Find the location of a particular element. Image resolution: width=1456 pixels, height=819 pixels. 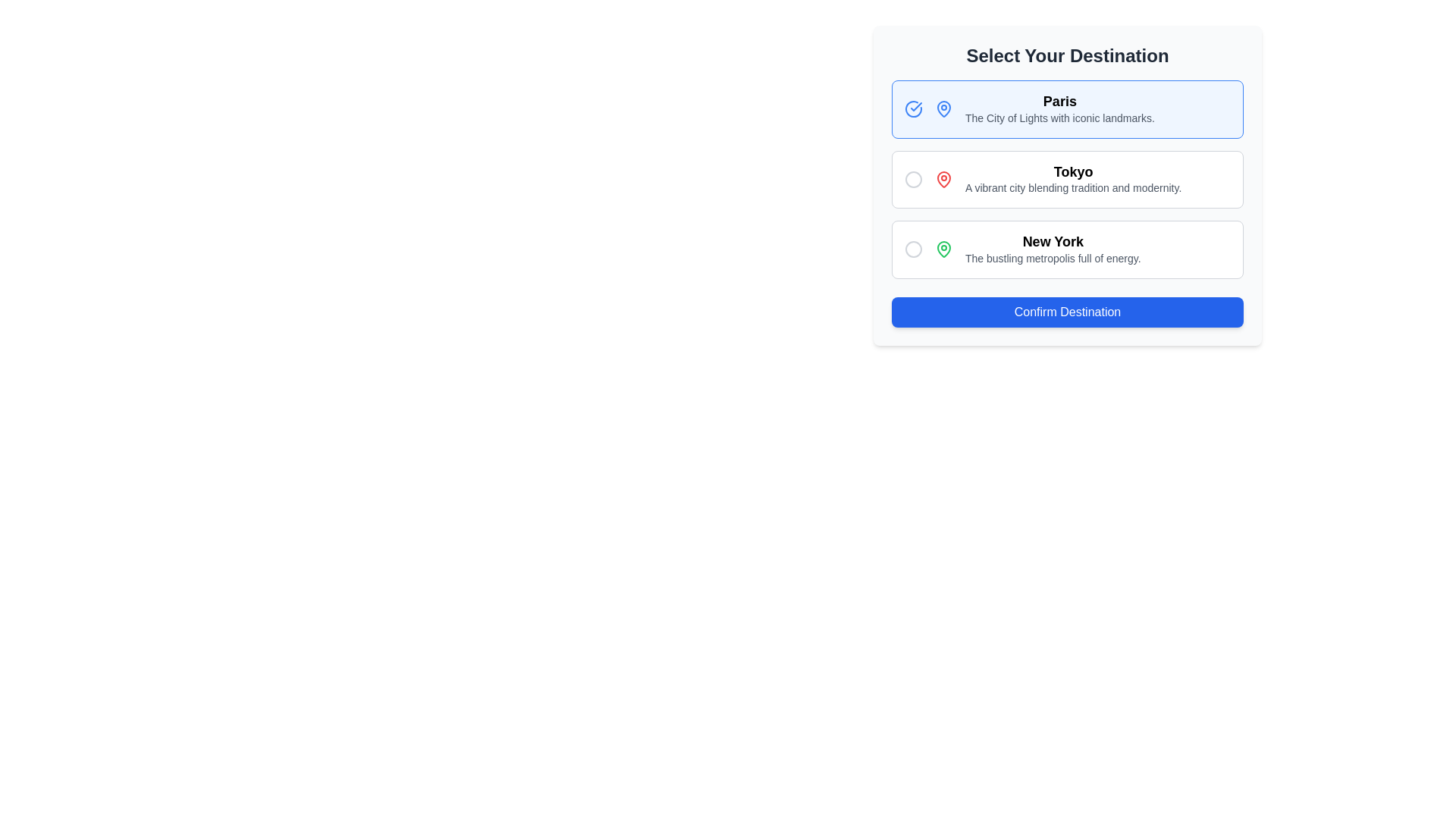

the pin icon located in the upper-right area of the 'Paris' card, which is positioned to the right of the check-circle icon is located at coordinates (943, 108).